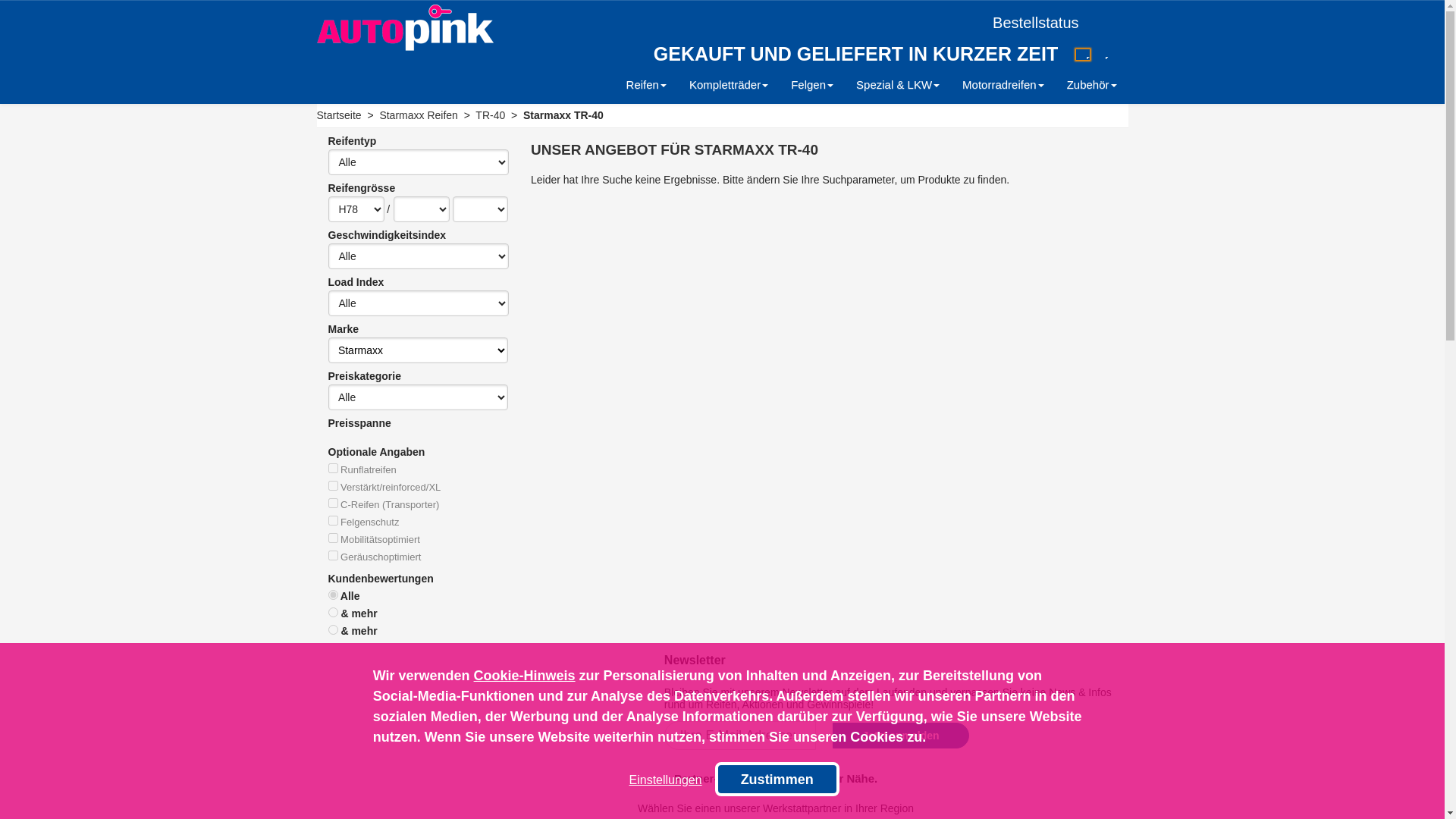 The width and height of the screenshot is (1456, 819). I want to click on 'Zustimmen', so click(714, 779).